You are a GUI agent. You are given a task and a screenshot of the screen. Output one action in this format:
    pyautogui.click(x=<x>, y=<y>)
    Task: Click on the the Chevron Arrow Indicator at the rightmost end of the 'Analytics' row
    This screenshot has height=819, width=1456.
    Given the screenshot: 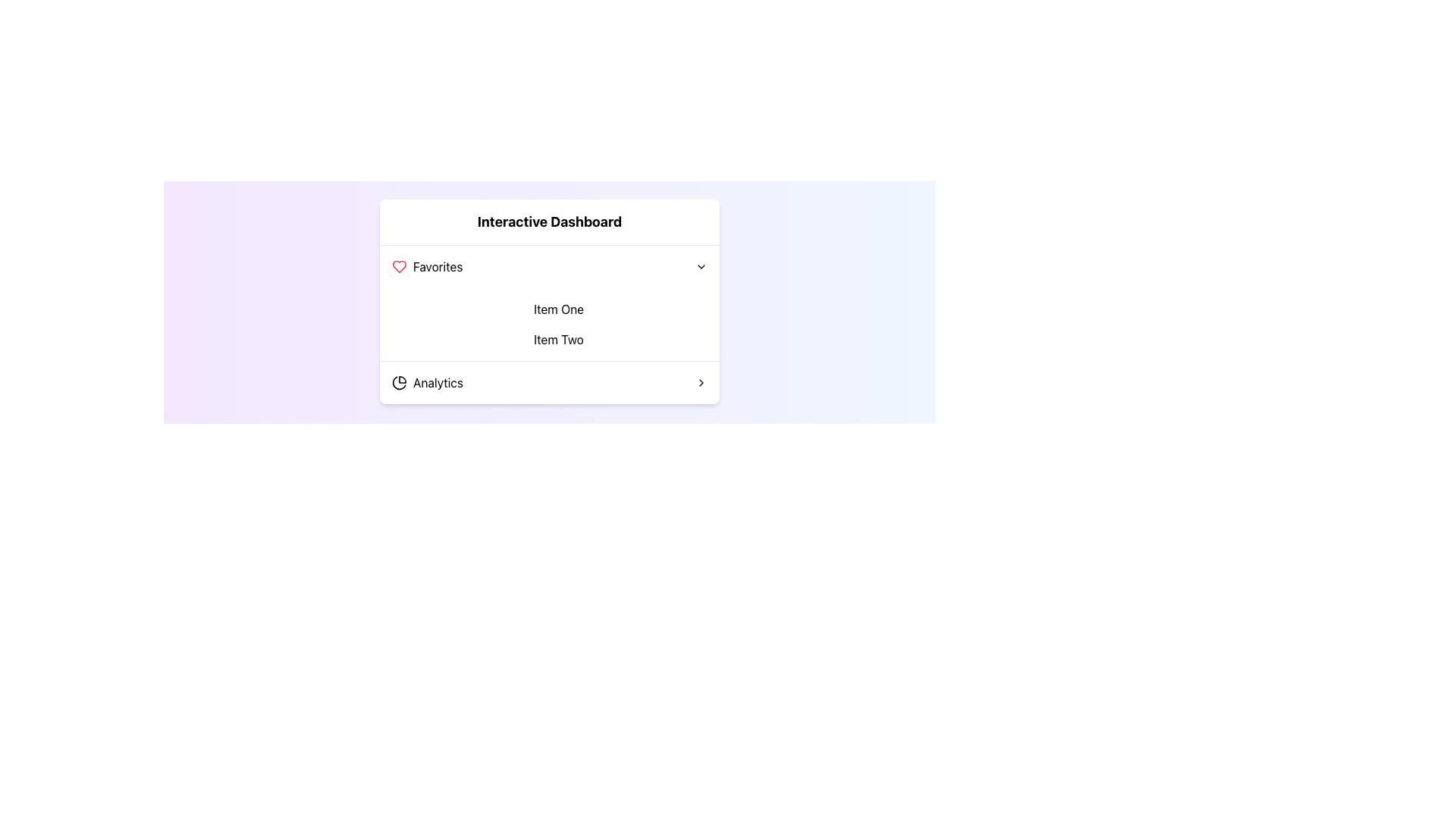 What is the action you would take?
    pyautogui.click(x=701, y=382)
    